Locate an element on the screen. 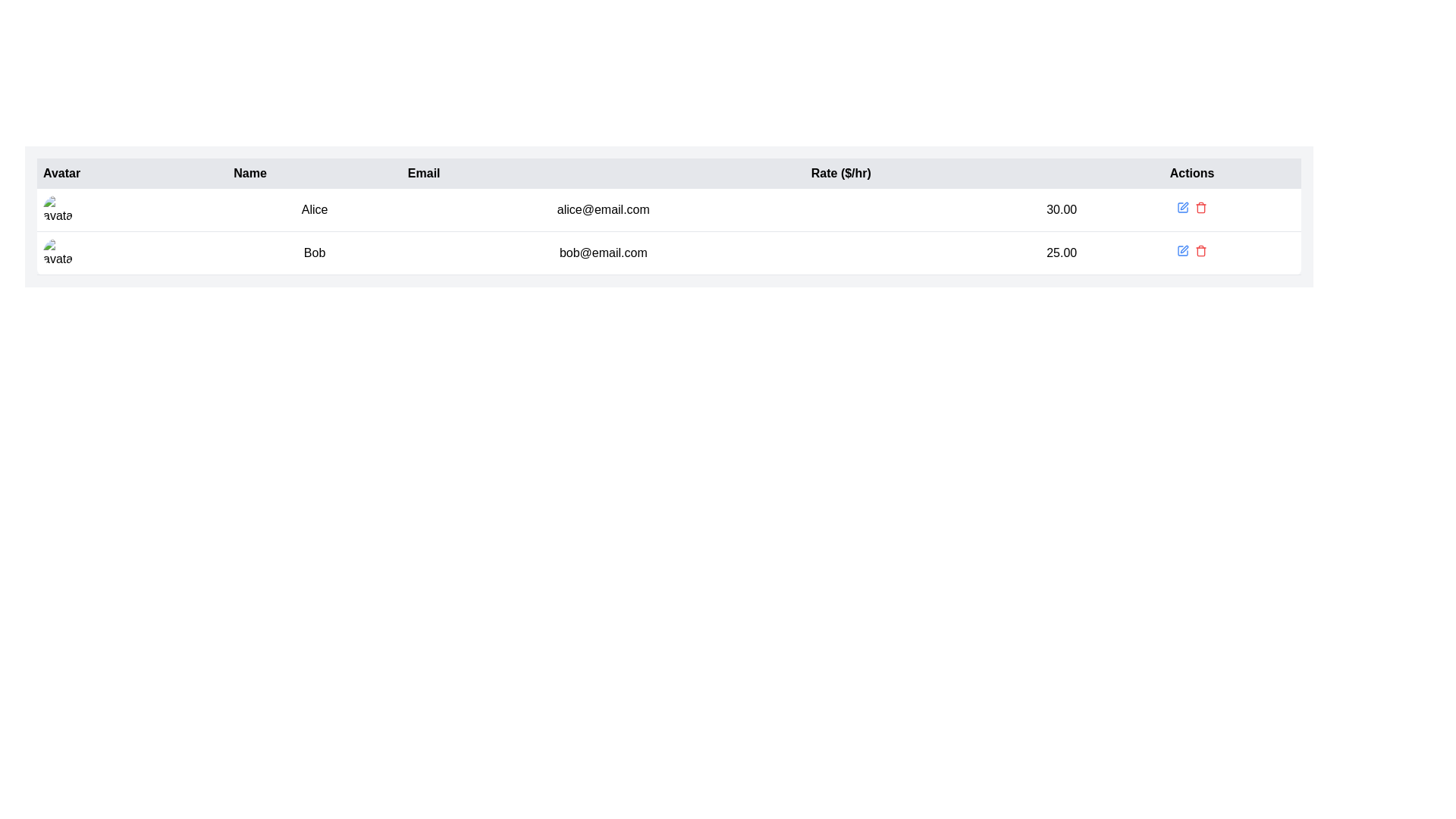 This screenshot has height=819, width=1456. the text label displaying the email address in the second row of the table, specifically in the 'Email' column, which is the third column from the left is located at coordinates (602, 253).